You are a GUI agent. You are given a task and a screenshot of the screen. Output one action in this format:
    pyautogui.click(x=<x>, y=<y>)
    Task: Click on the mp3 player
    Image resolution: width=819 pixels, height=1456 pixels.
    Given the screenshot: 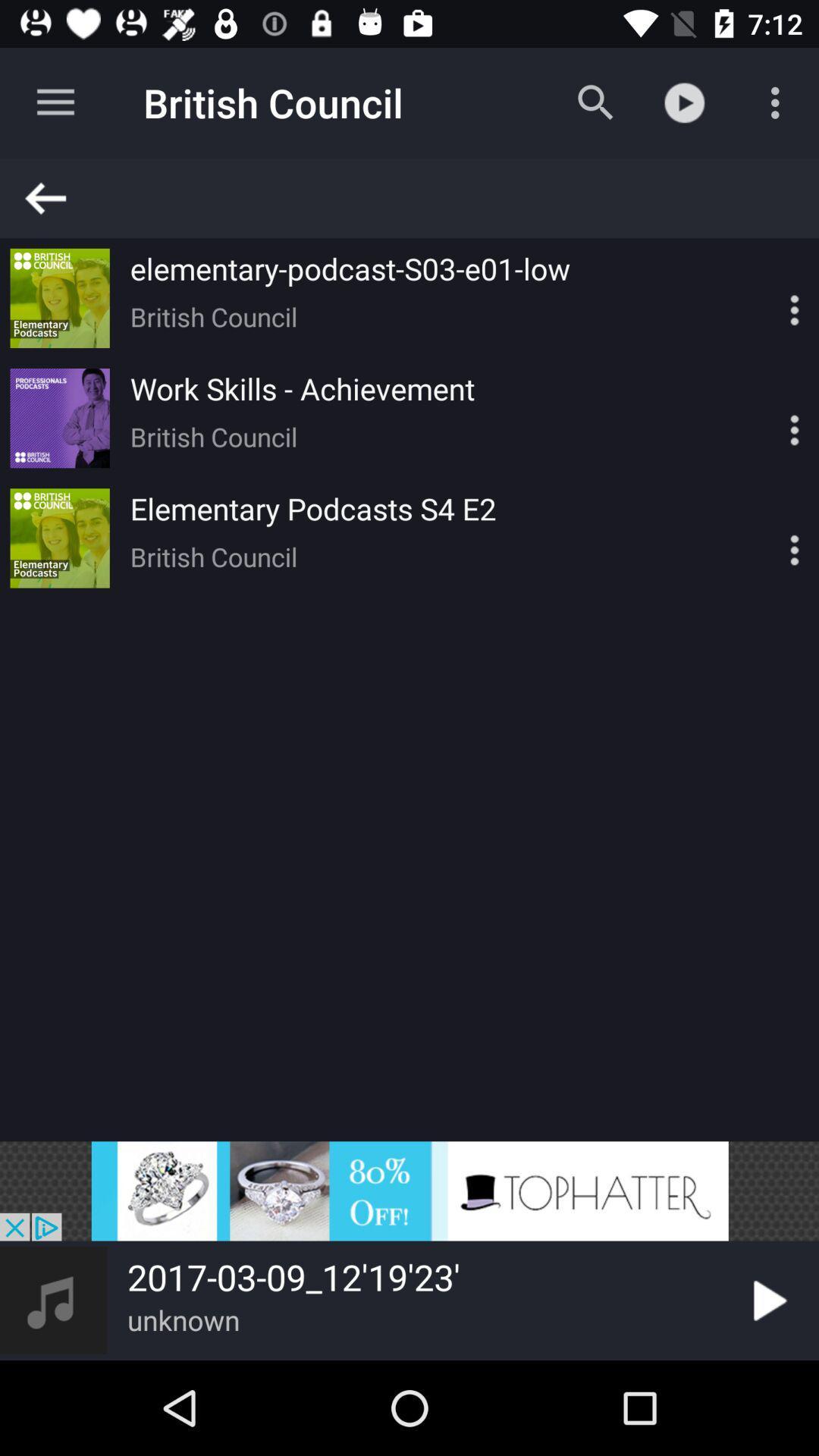 What is the action you would take?
    pyautogui.click(x=768, y=298)
    